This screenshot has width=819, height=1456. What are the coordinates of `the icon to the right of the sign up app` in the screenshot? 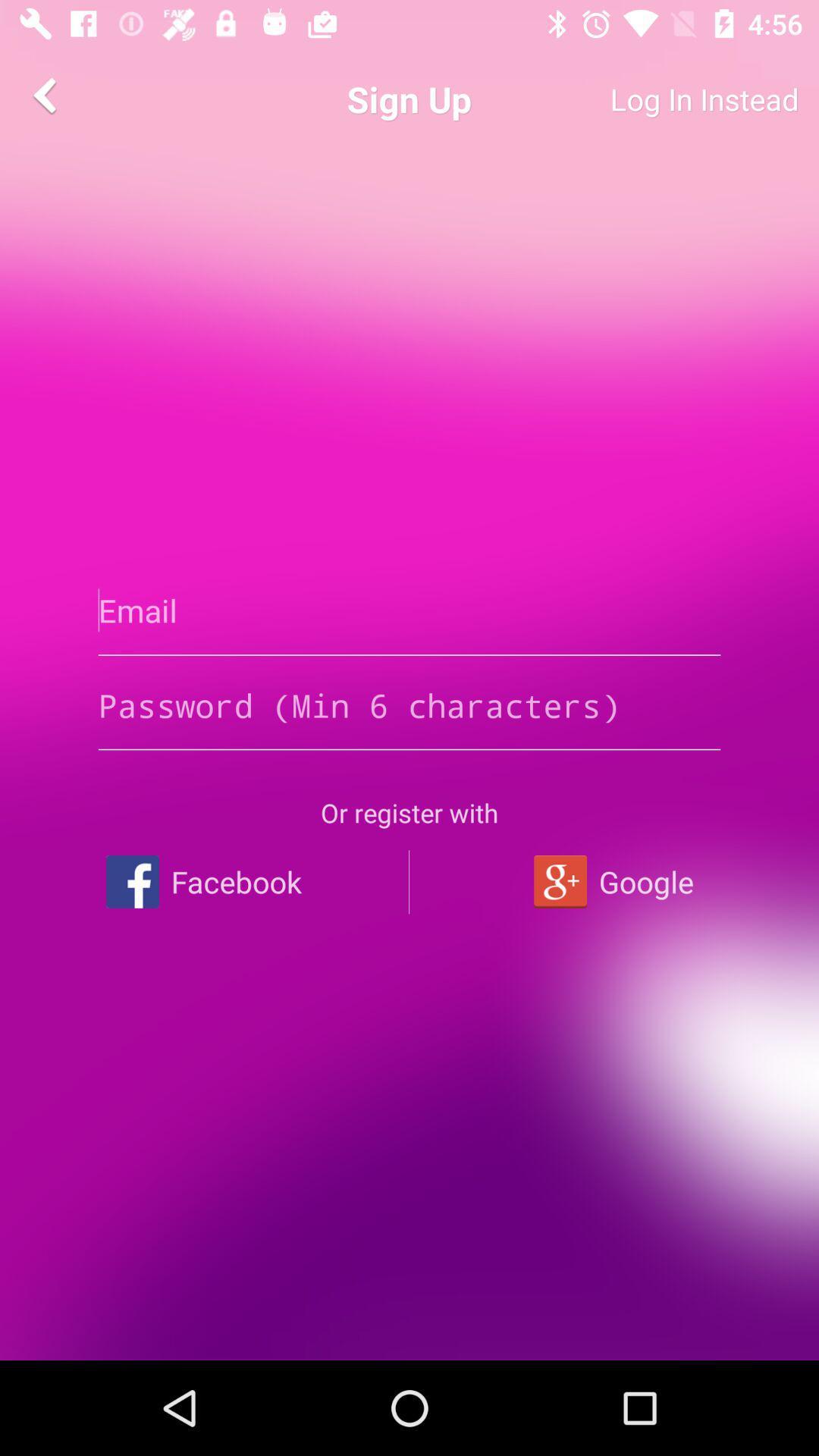 It's located at (648, 99).